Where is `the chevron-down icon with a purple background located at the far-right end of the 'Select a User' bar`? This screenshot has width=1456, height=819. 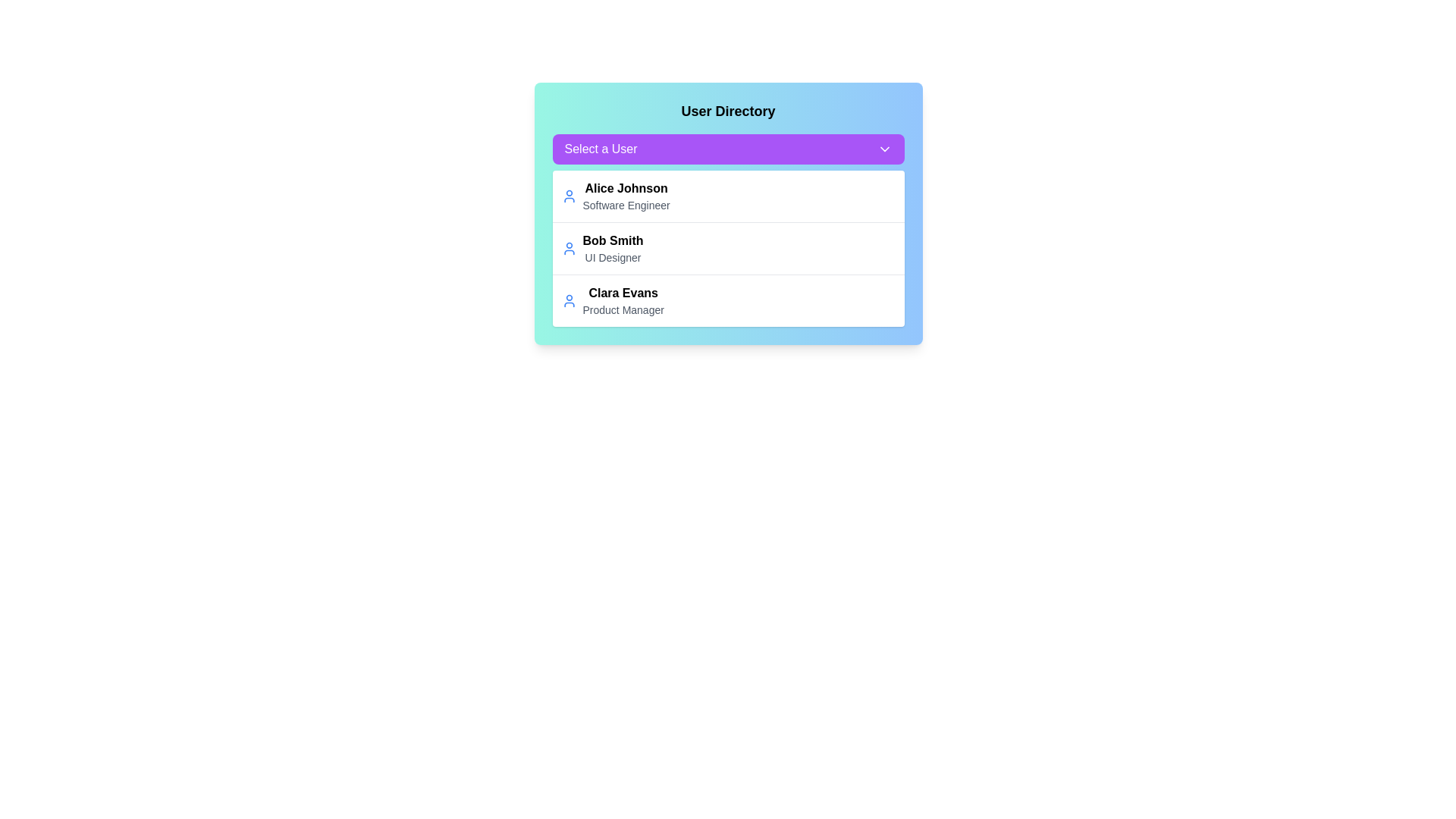
the chevron-down icon with a purple background located at the far-right end of the 'Select a User' bar is located at coordinates (884, 149).